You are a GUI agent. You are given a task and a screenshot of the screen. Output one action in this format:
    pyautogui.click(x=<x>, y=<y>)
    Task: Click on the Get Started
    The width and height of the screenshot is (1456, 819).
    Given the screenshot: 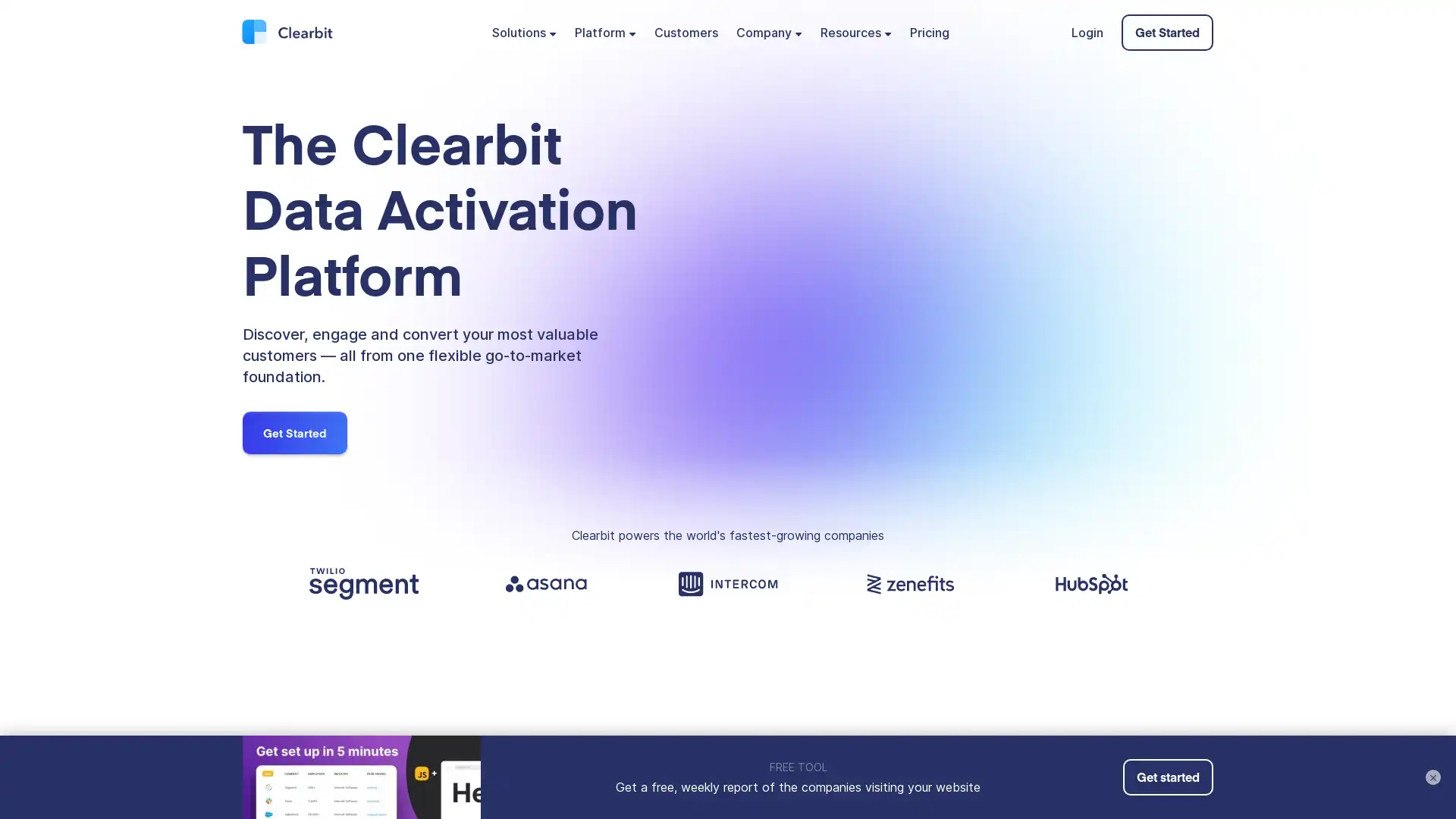 What is the action you would take?
    pyautogui.click(x=294, y=432)
    